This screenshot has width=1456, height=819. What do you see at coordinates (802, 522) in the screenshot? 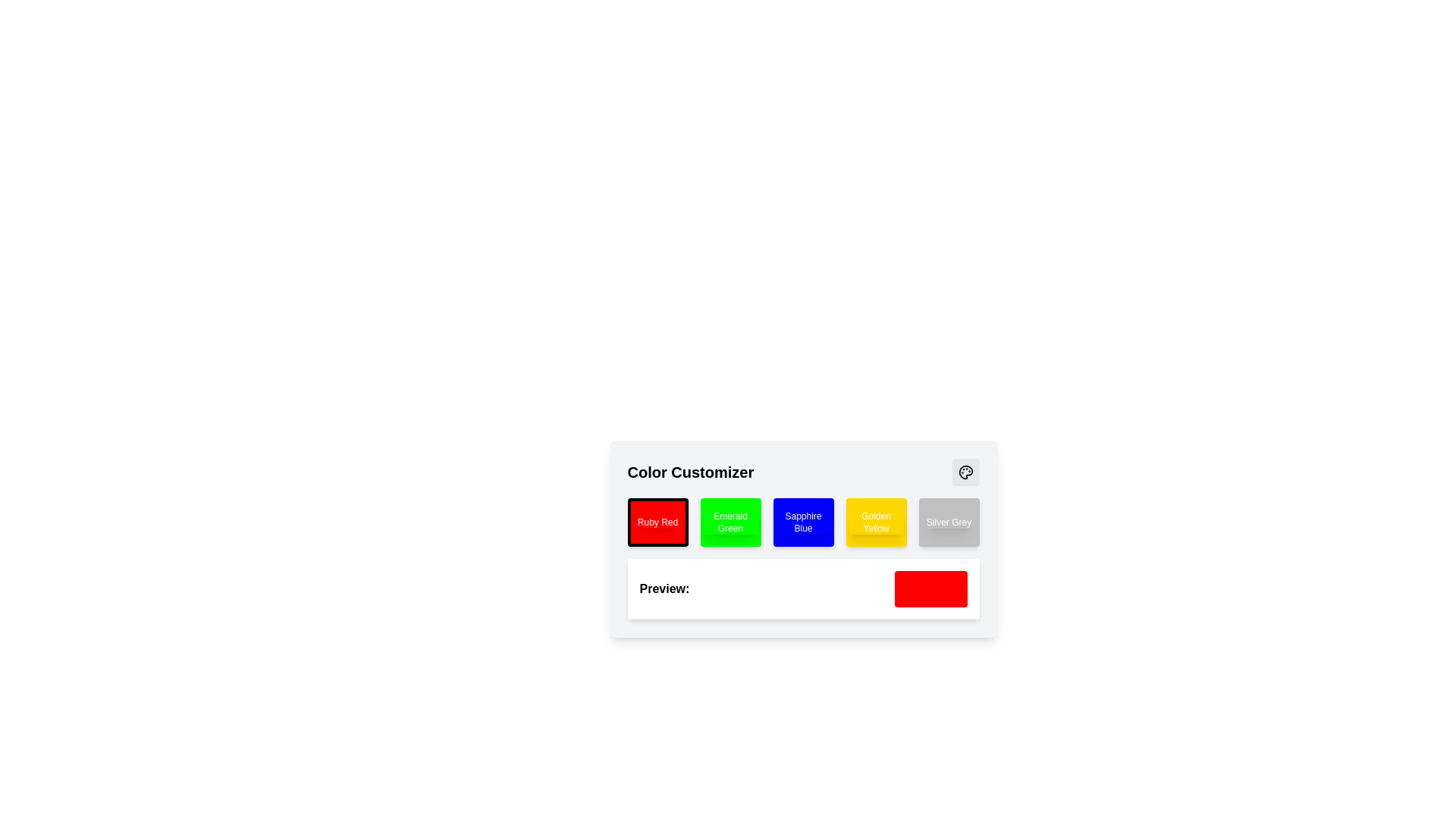
I see `the 'Sapphire Blue' selection button, which is the third button in a grid layout of five colored buttons, positioned between the 'Emerald Green' and 'Golden Yellow' buttons` at bounding box center [802, 522].